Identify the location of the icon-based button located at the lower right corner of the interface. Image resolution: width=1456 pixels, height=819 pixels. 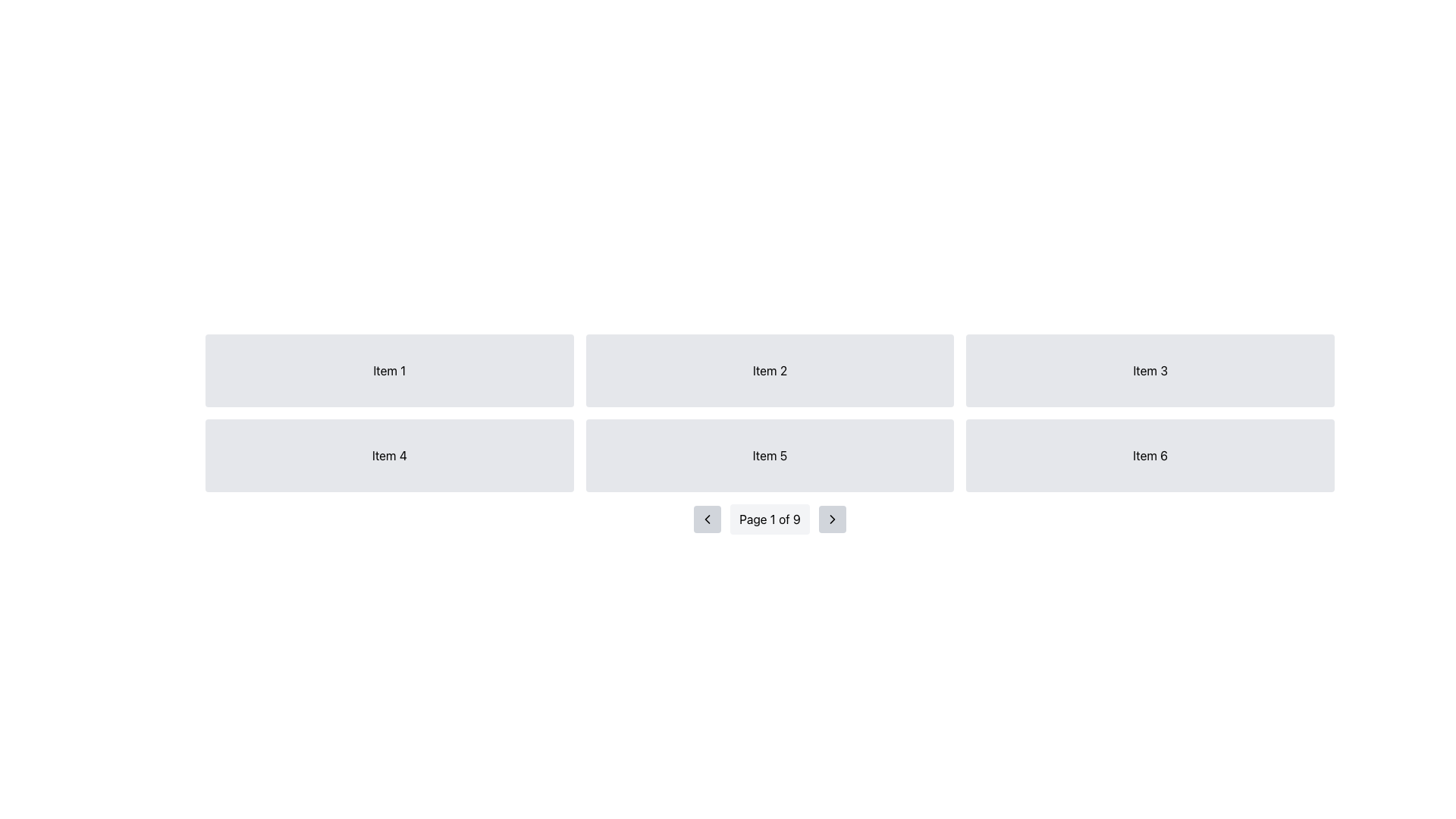
(831, 519).